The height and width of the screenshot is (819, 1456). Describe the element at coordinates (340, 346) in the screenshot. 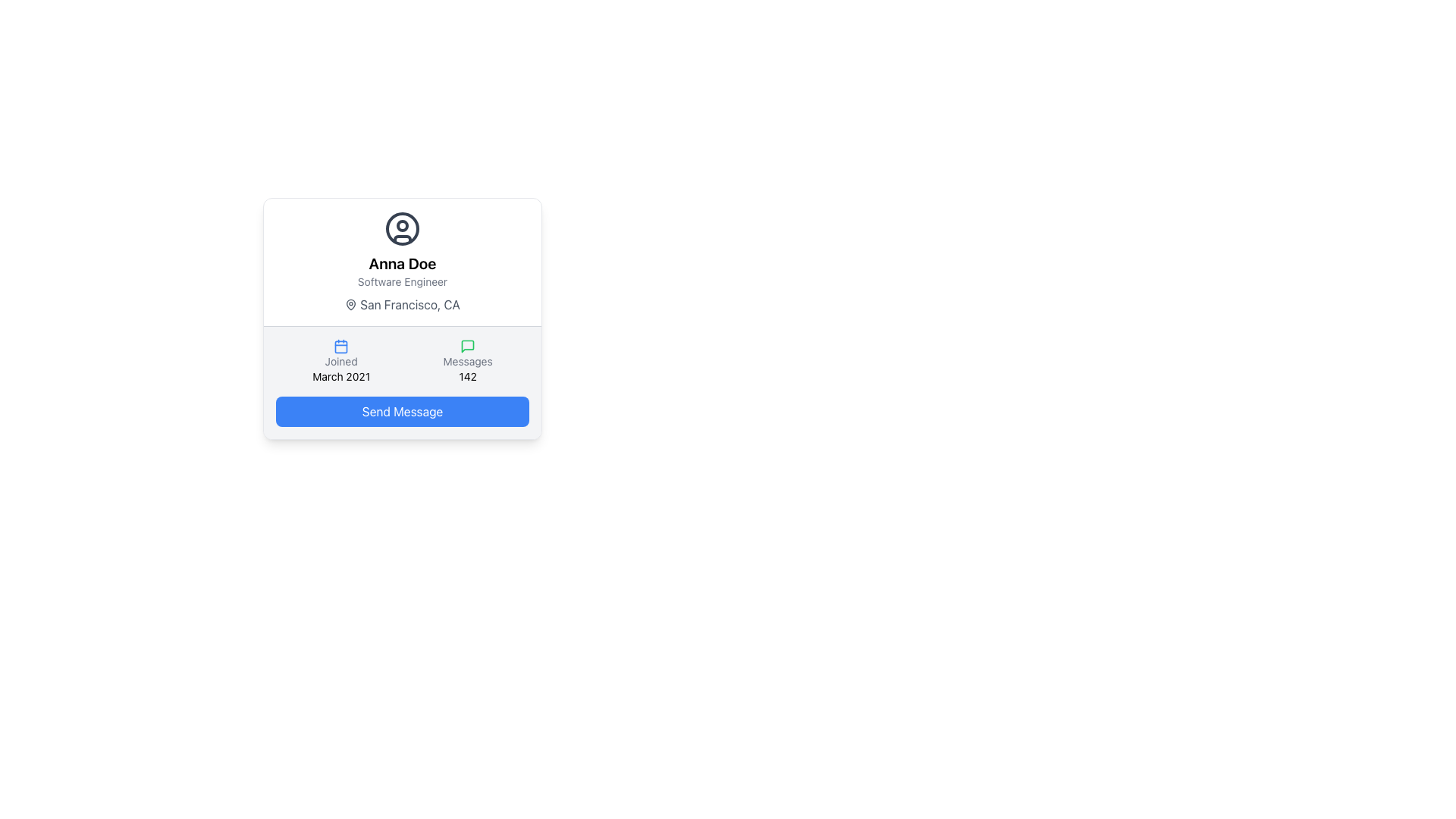

I see `the blue calendar icon located to the left of the text 'Joined' in the 'Joined March 2021' section of the profile card` at that location.